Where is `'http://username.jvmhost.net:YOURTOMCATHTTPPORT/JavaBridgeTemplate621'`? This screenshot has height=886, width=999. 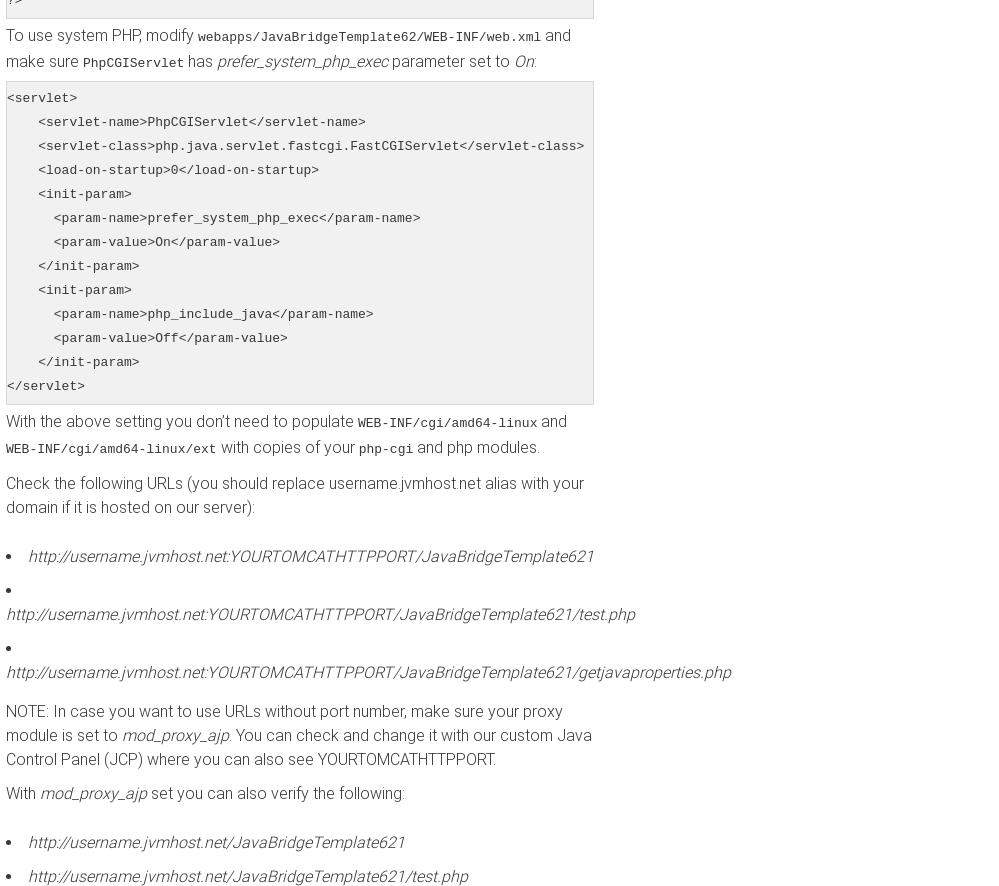
'http://username.jvmhost.net:YOURTOMCATHTTPPORT/JavaBridgeTemplate621' is located at coordinates (309, 556).